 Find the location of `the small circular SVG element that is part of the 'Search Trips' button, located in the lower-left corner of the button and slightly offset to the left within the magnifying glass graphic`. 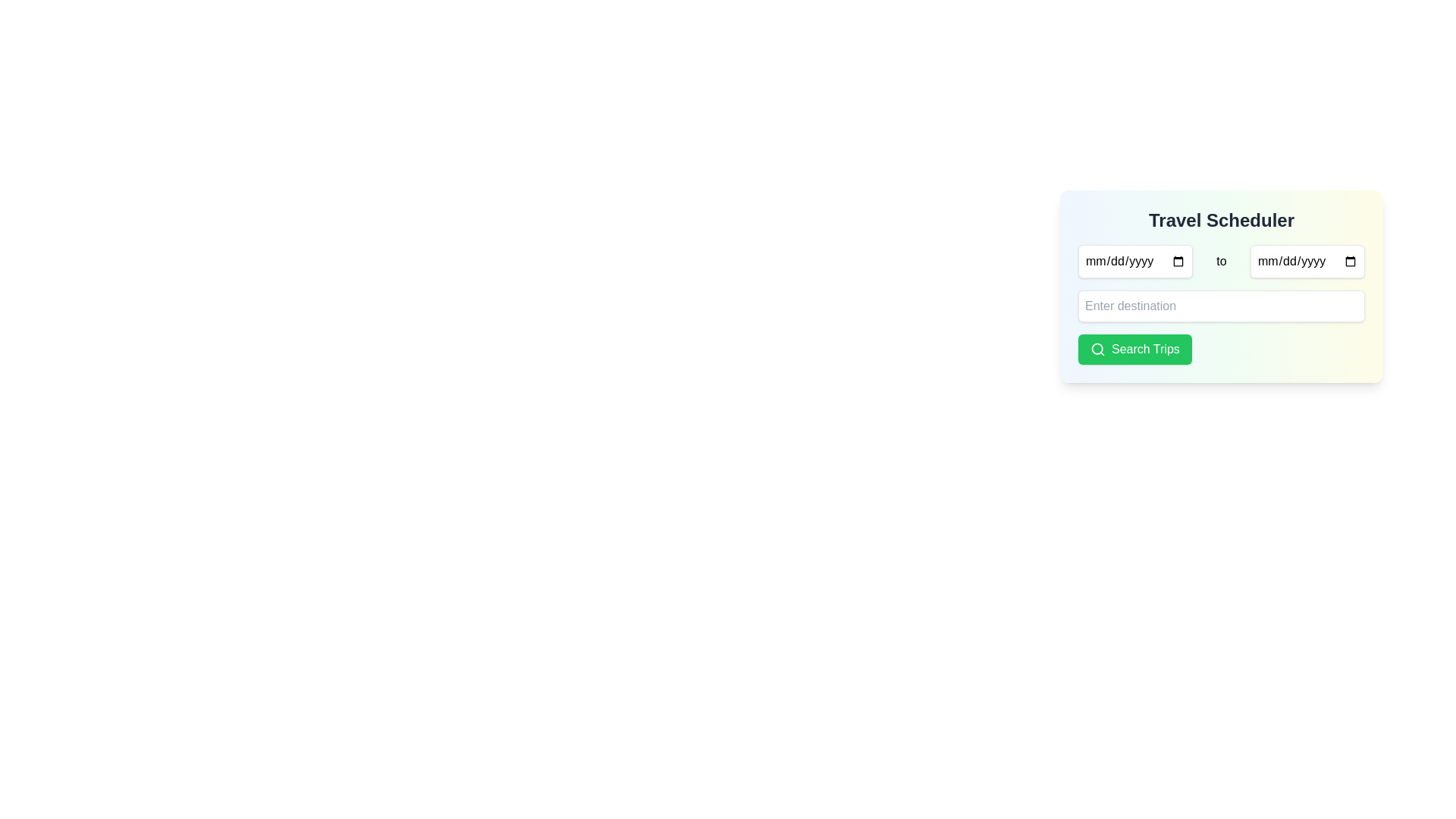

the small circular SVG element that is part of the 'Search Trips' button, located in the lower-left corner of the button and slightly offset to the left within the magnifying glass graphic is located at coordinates (1097, 349).